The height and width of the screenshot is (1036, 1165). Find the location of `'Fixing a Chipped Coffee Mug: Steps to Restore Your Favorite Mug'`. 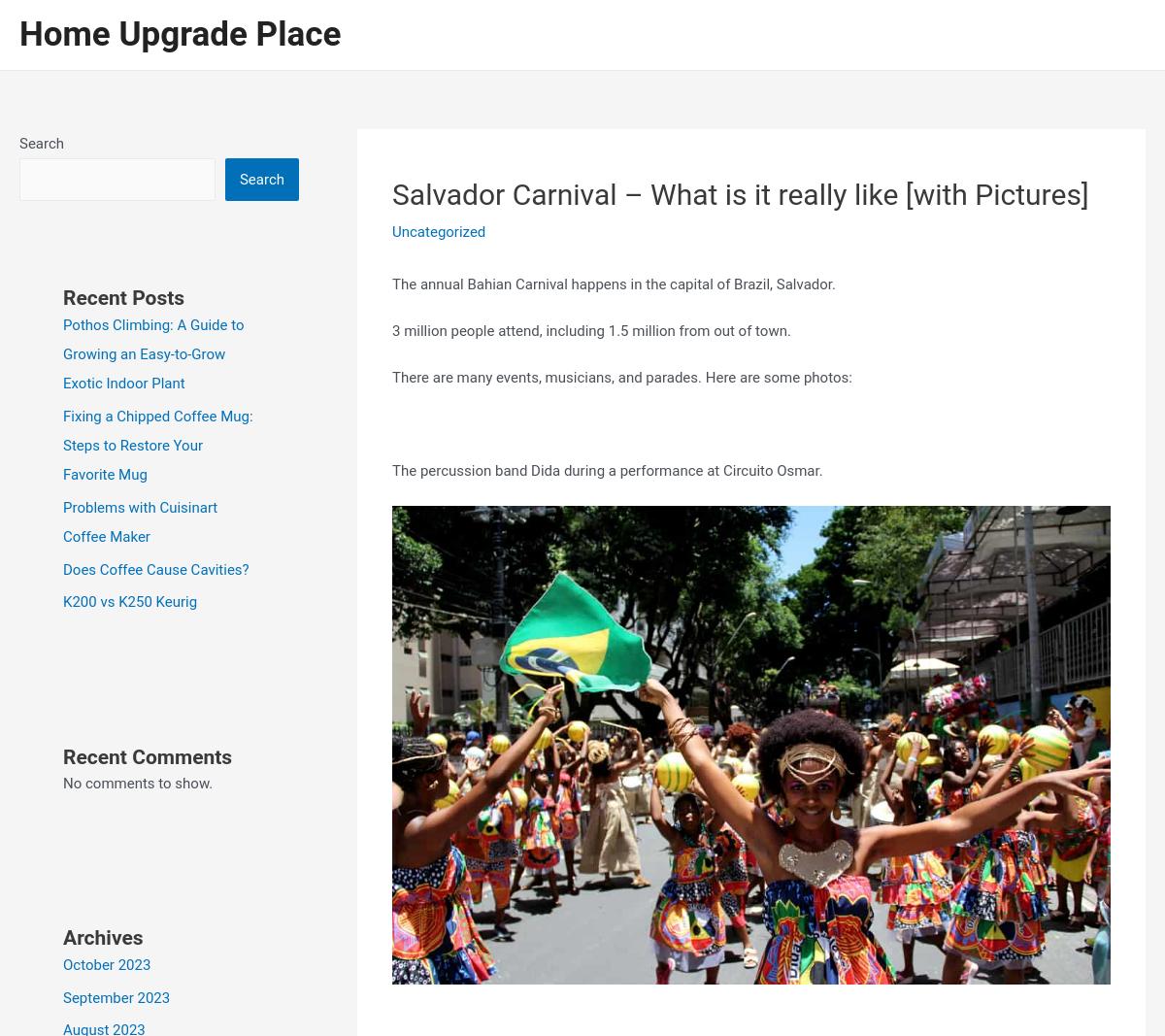

'Fixing a Chipped Coffee Mug: Steps to Restore Your Favorite Mug' is located at coordinates (63, 445).